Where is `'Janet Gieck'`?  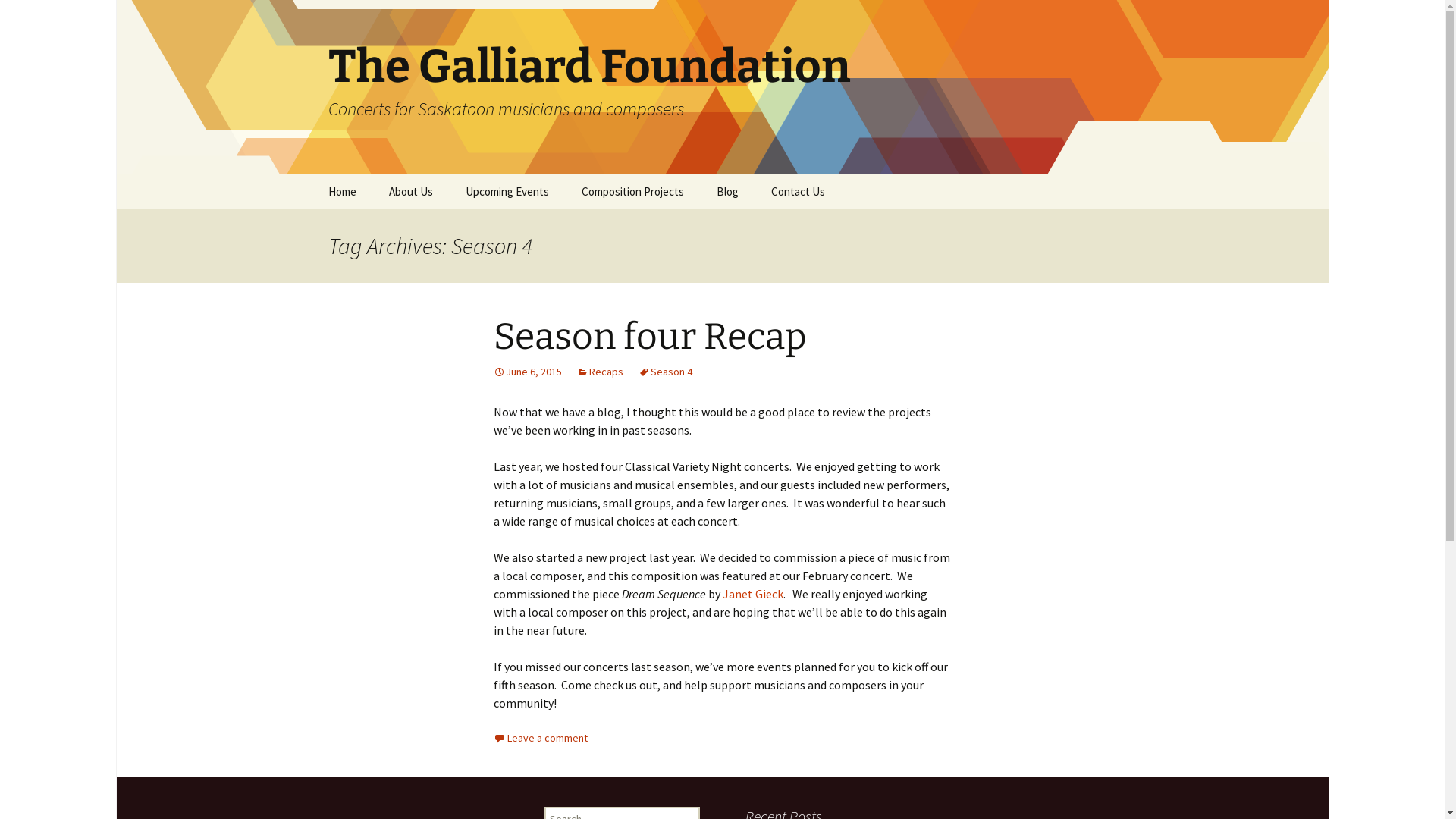 'Janet Gieck' is located at coordinates (752, 593).